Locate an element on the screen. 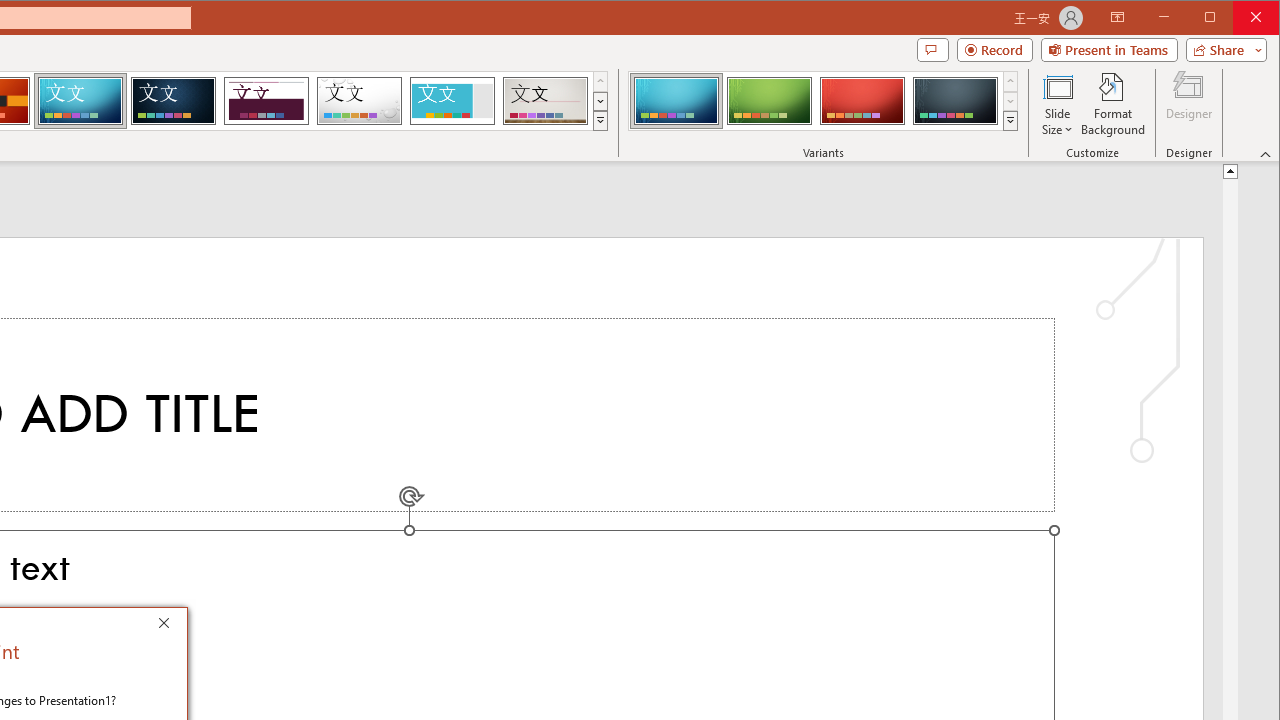 This screenshot has height=720, width=1280. 'Circuit Variant 1' is located at coordinates (676, 100).